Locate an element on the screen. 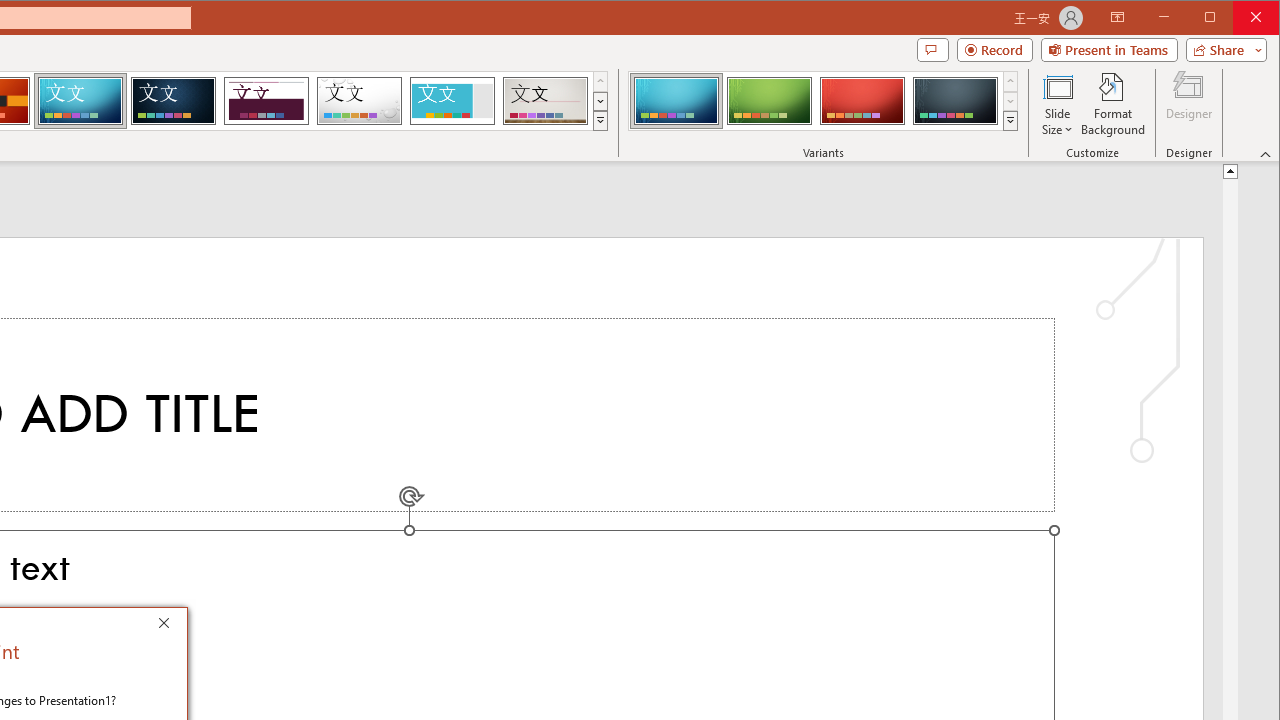 This screenshot has height=720, width=1280. 'Circuit Variant 1' is located at coordinates (676, 100).